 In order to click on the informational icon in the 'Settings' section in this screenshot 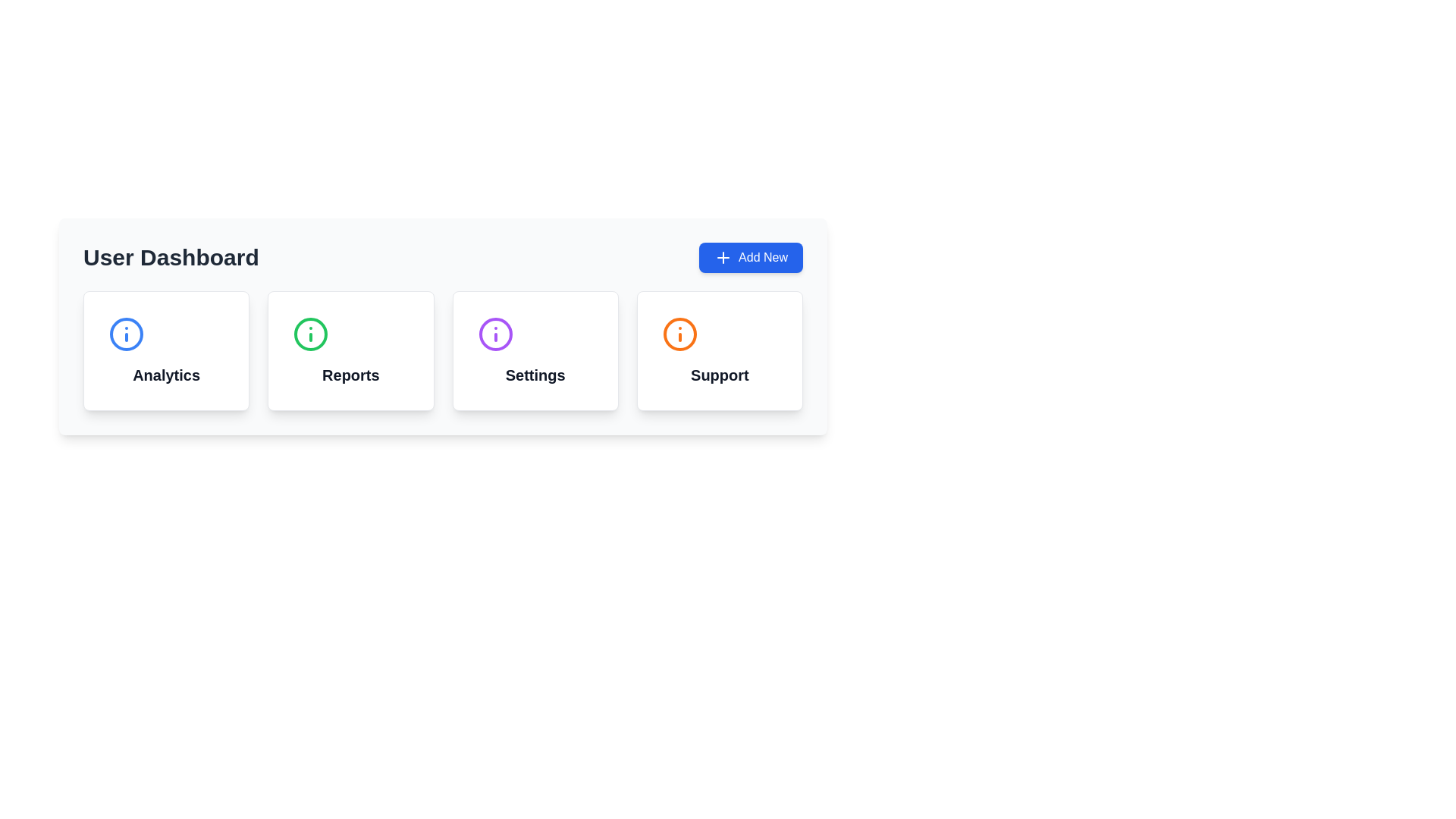, I will do `click(495, 333)`.